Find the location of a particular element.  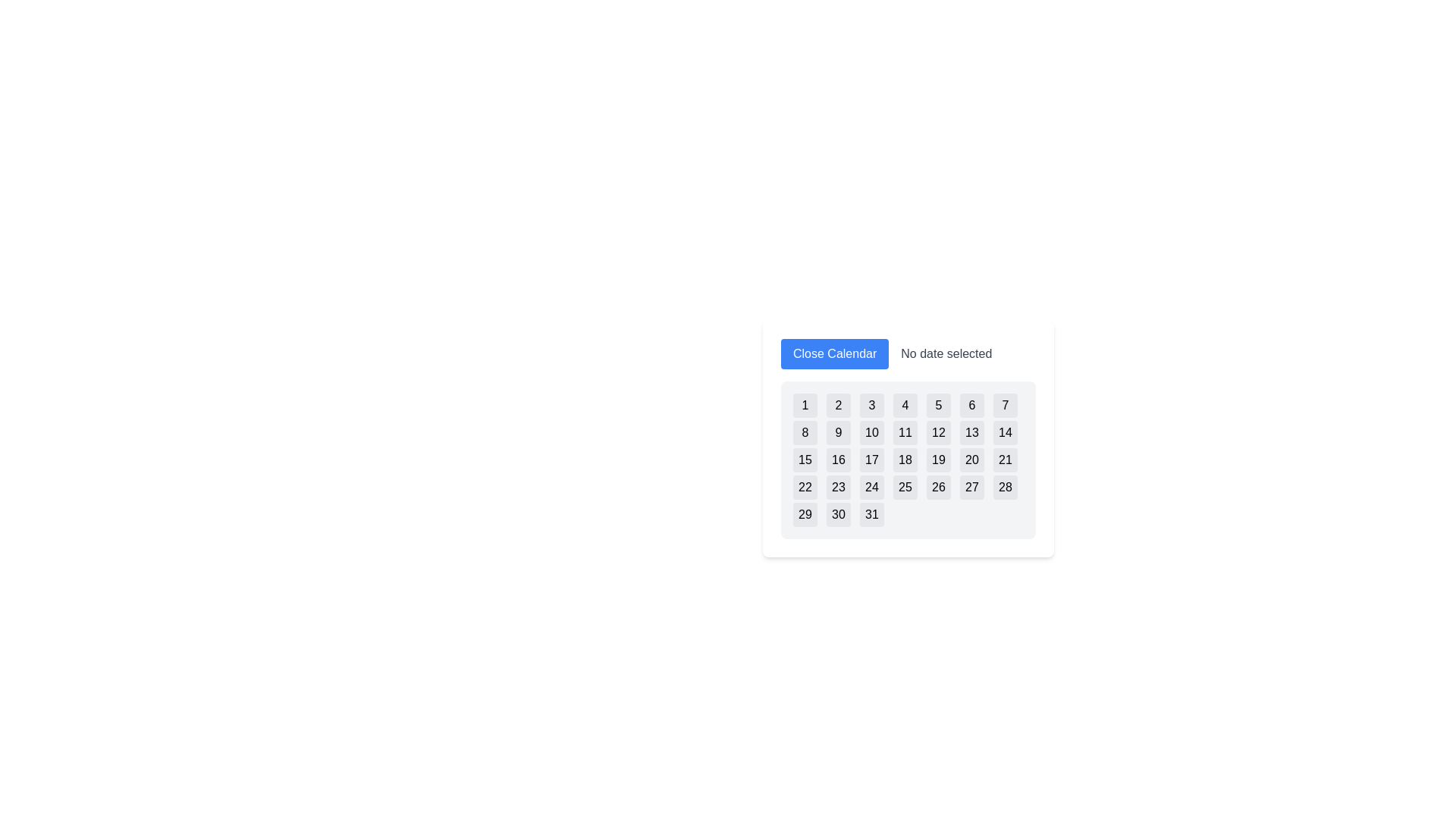

the button representing the date '26' located is located at coordinates (938, 488).